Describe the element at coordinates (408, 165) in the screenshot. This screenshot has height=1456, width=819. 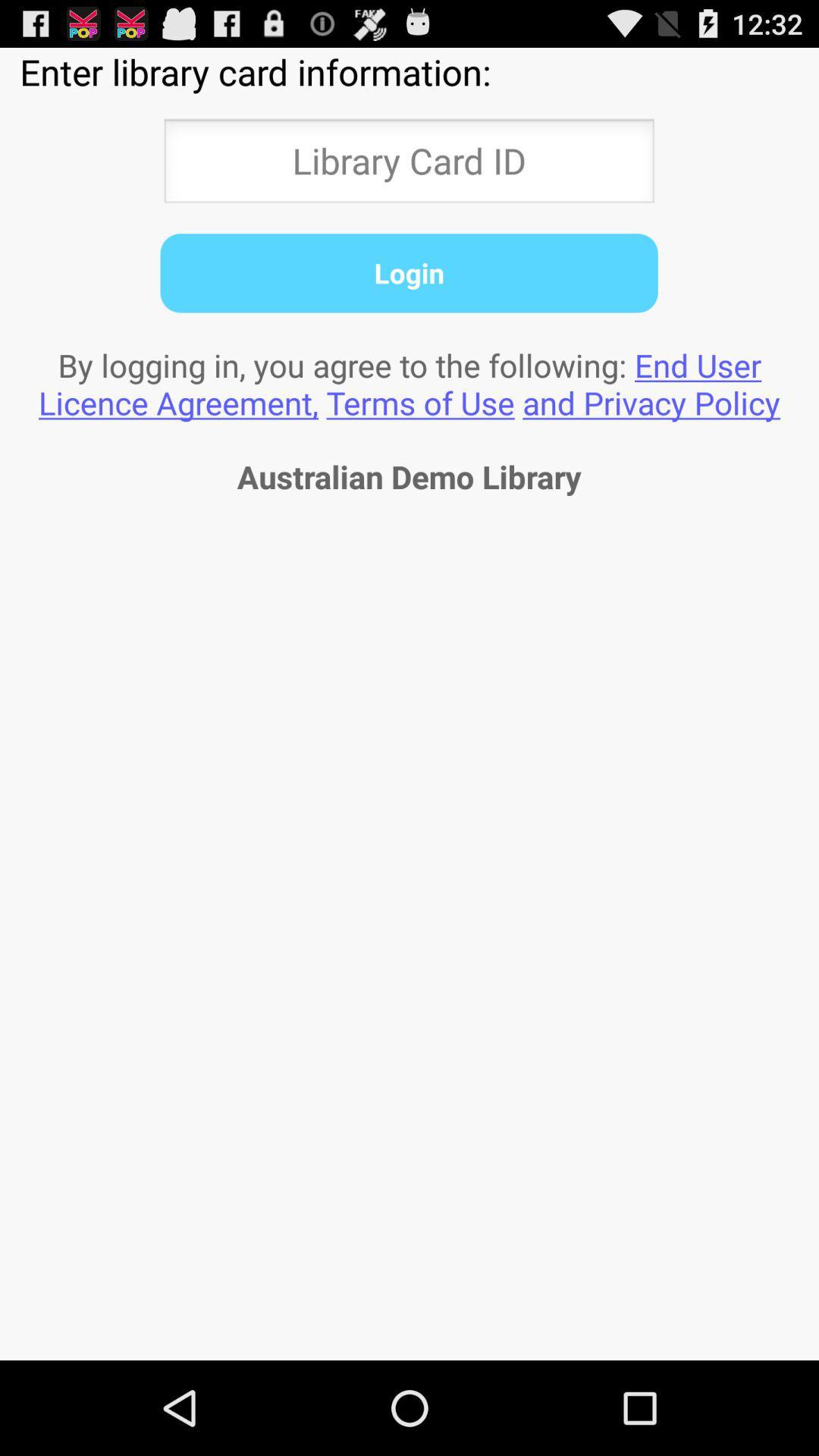
I see `library card id` at that location.